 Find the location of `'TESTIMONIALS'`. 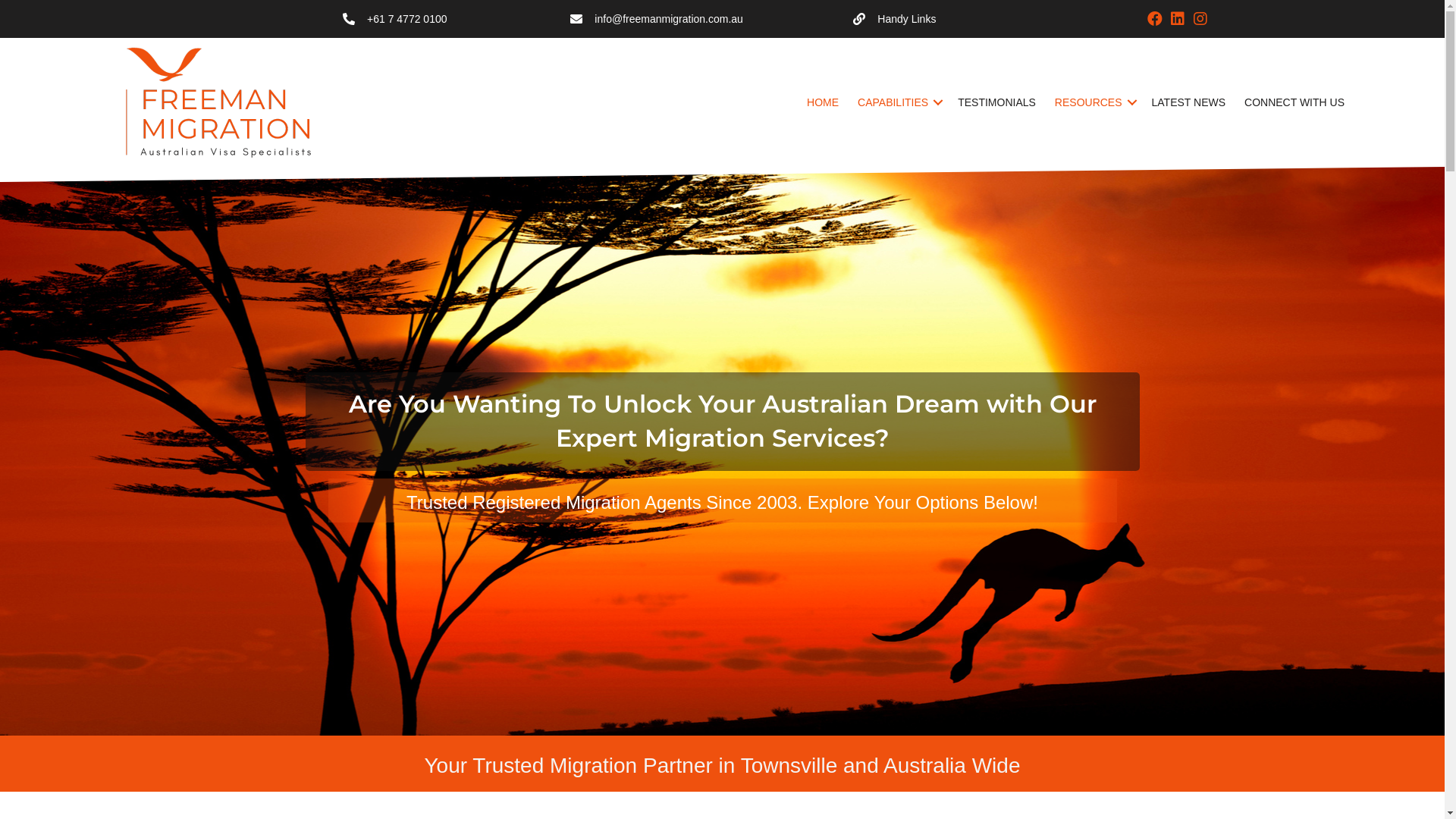

'TESTIMONIALS' is located at coordinates (996, 102).